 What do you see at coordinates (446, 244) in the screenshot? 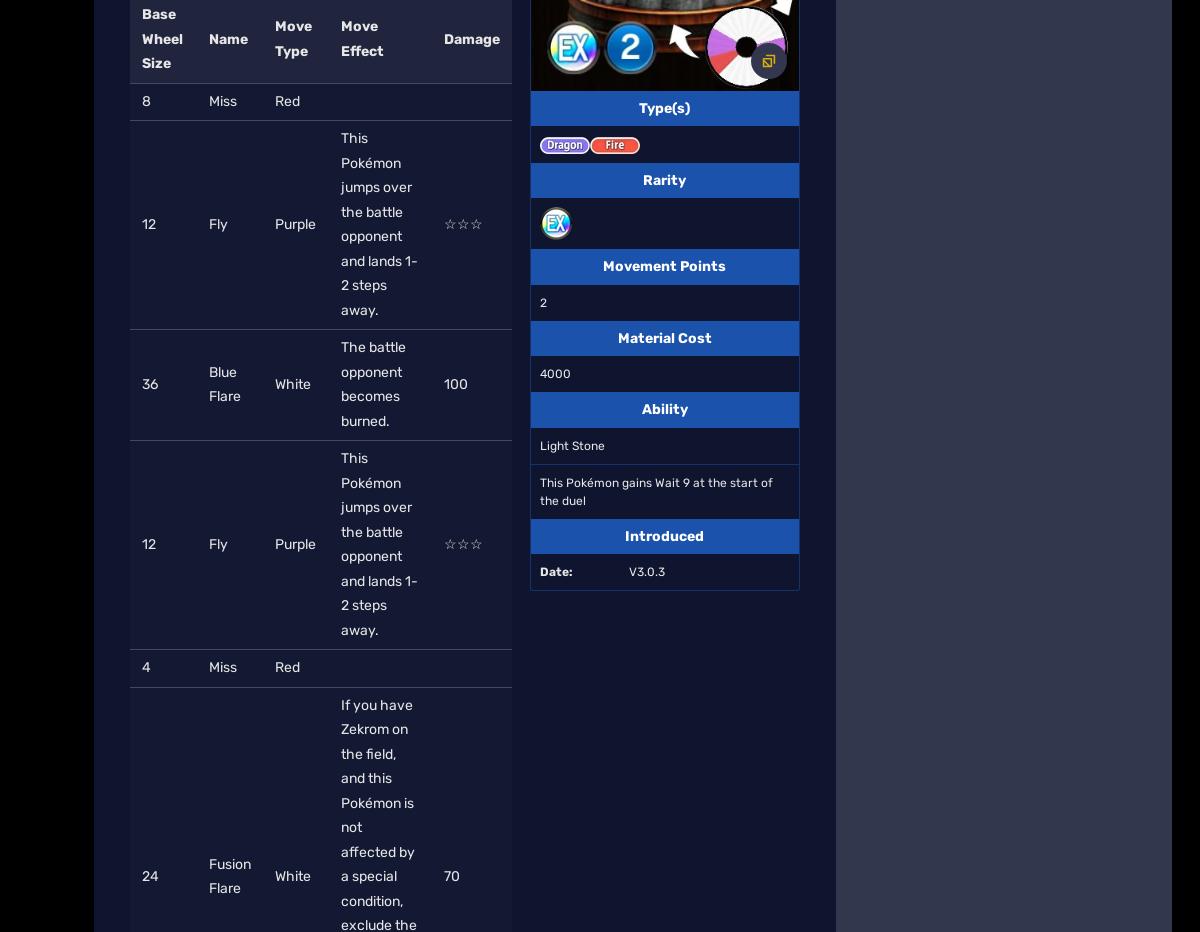
I see `'What is Fandom?'` at bounding box center [446, 244].